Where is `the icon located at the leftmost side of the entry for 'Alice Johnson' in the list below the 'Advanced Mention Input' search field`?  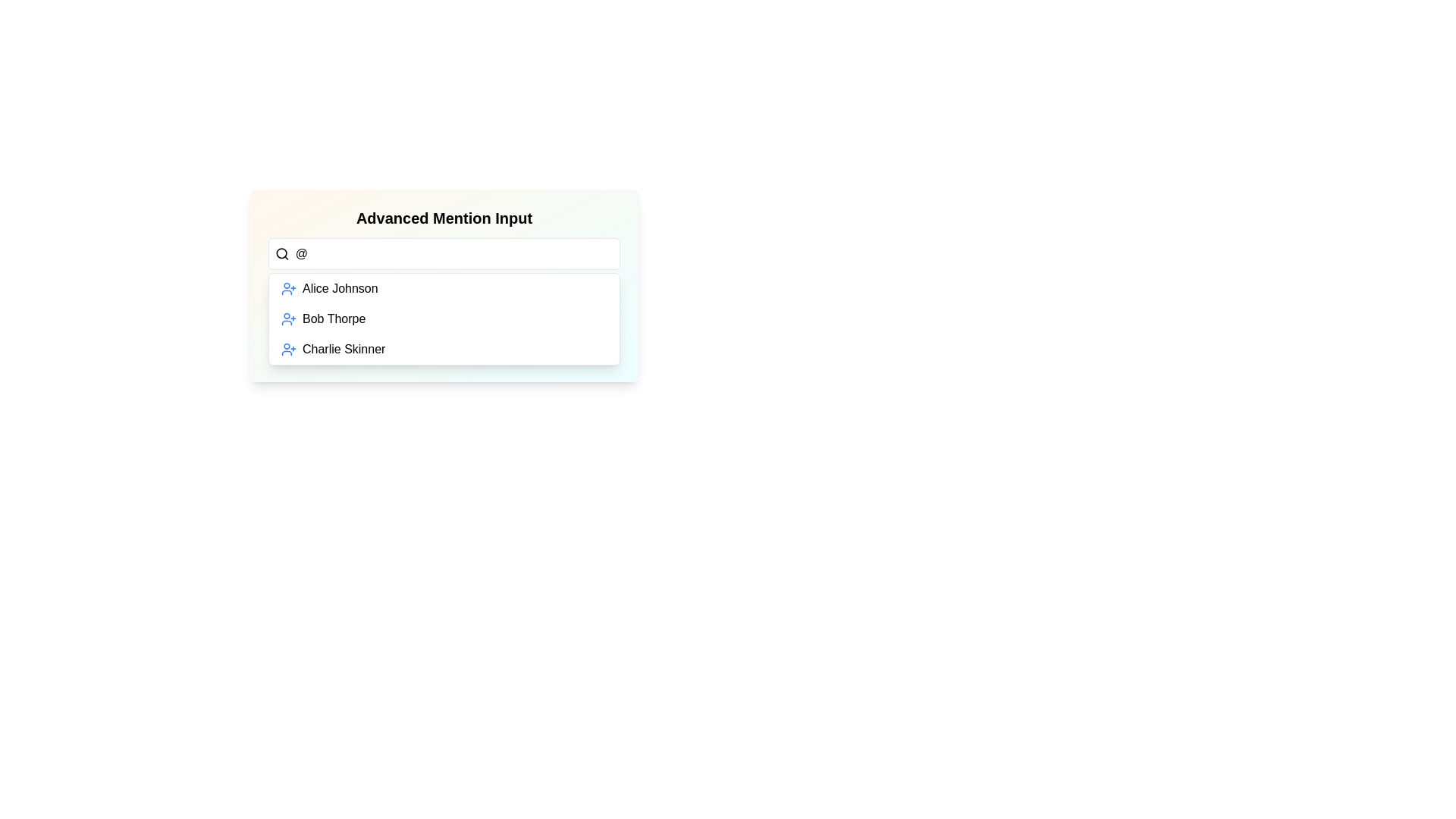 the icon located at the leftmost side of the entry for 'Alice Johnson' in the list below the 'Advanced Mention Input' search field is located at coordinates (288, 289).